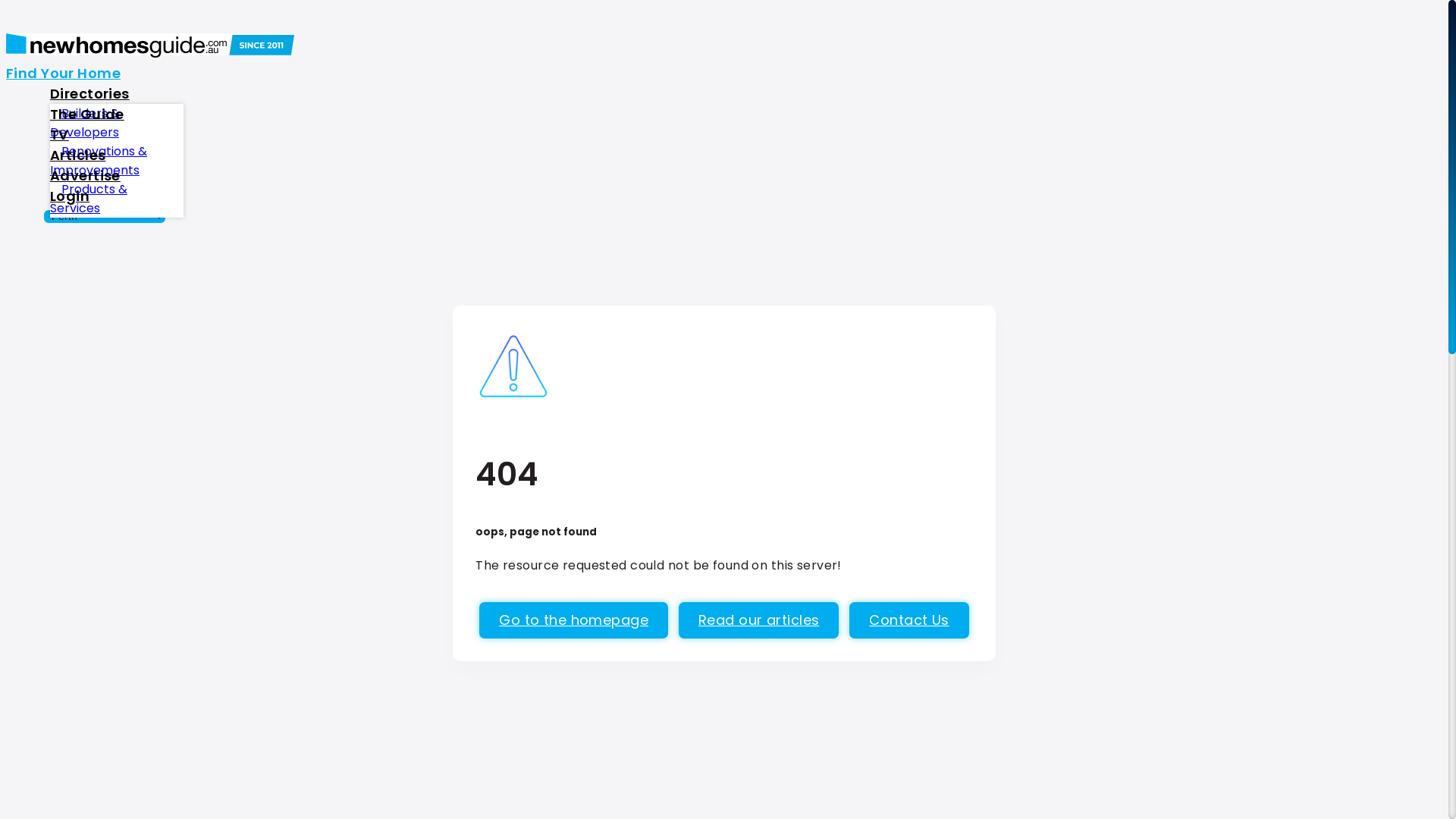 The width and height of the screenshot is (1456, 819). I want to click on 'TV', so click(59, 133).